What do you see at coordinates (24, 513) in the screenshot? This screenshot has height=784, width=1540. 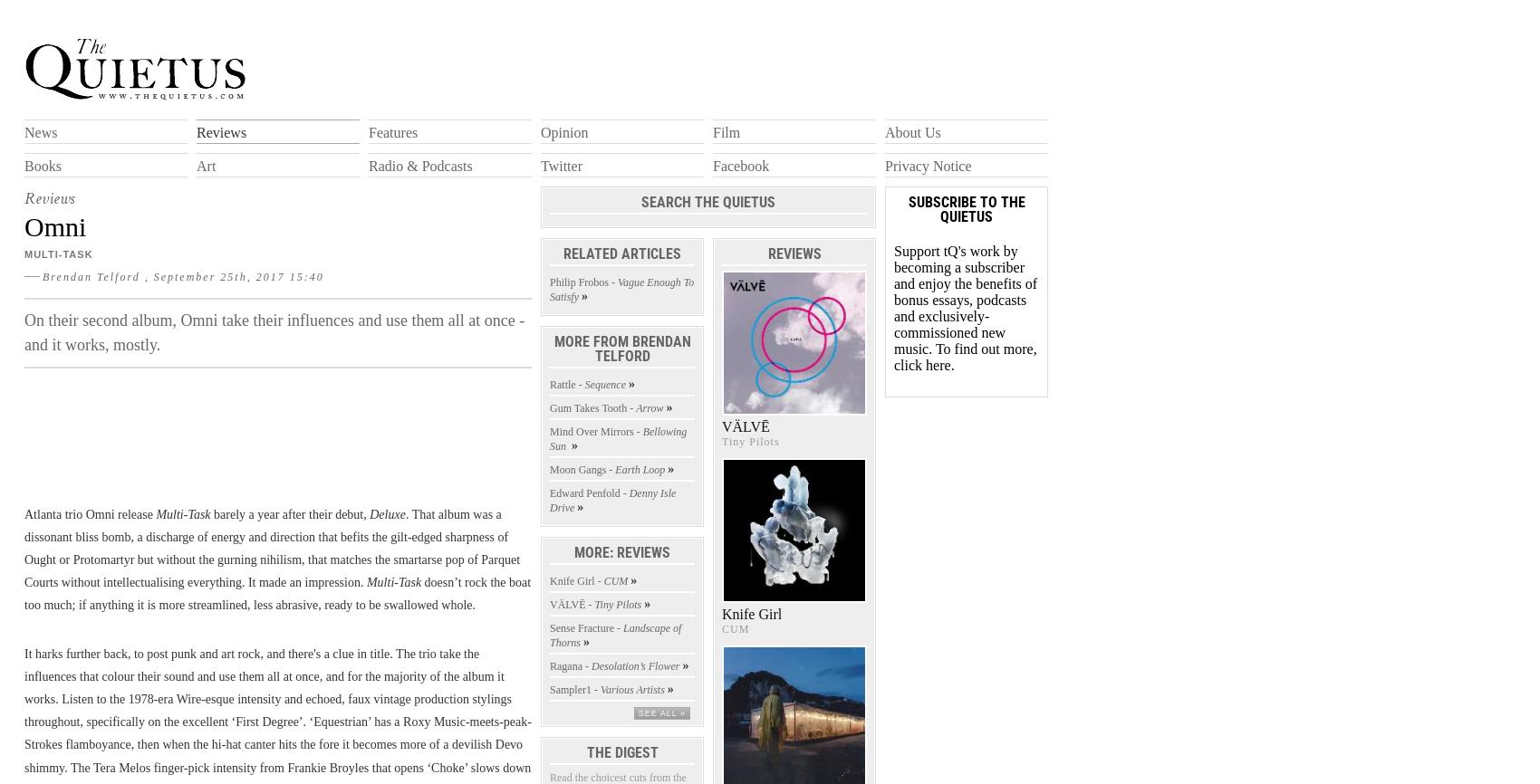 I see `'Atlanta trio Omni release'` at bounding box center [24, 513].